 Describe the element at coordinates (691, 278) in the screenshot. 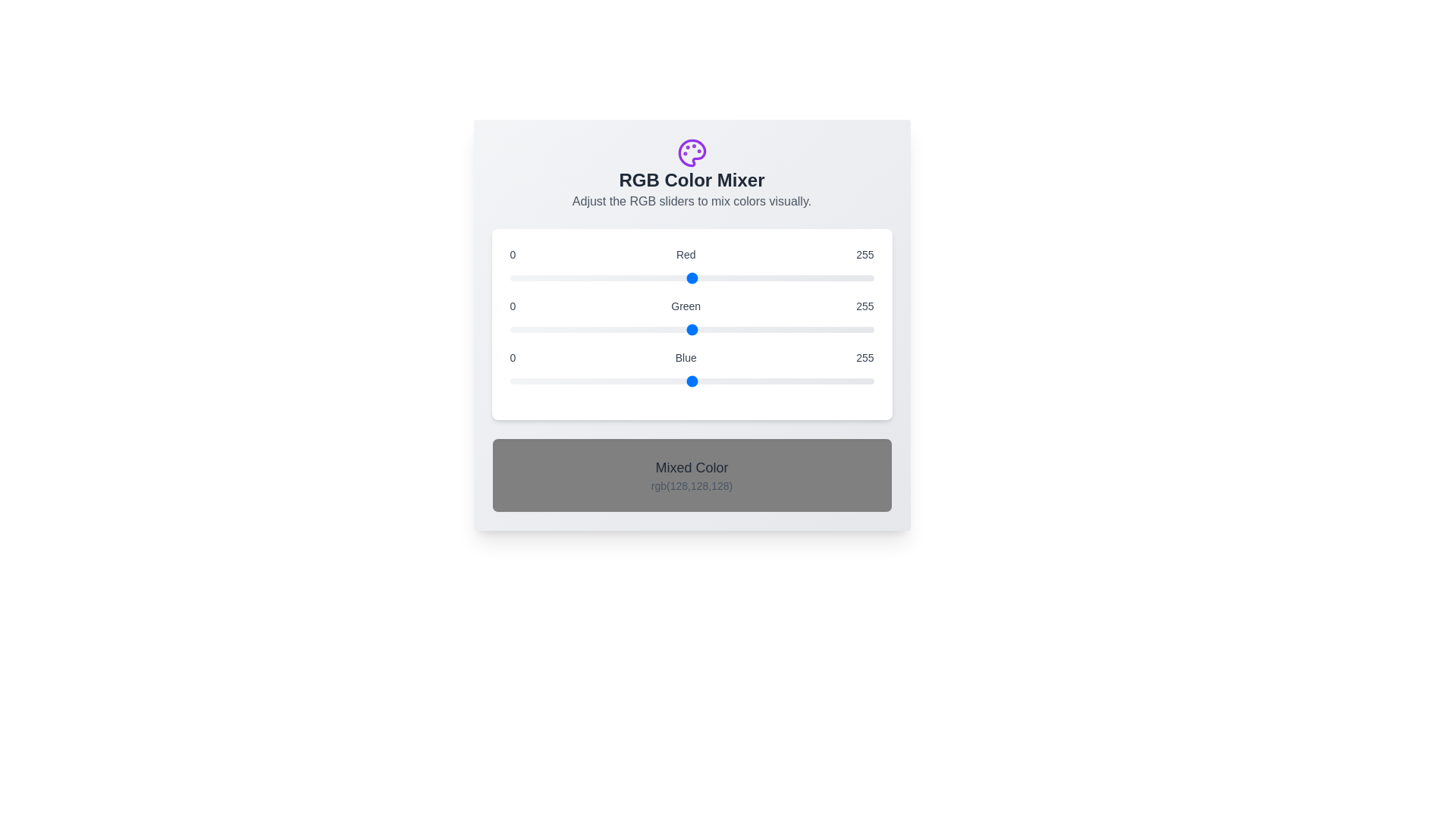

I see `the 0 slider to the value 209 to observe the resulting mixed color` at that location.